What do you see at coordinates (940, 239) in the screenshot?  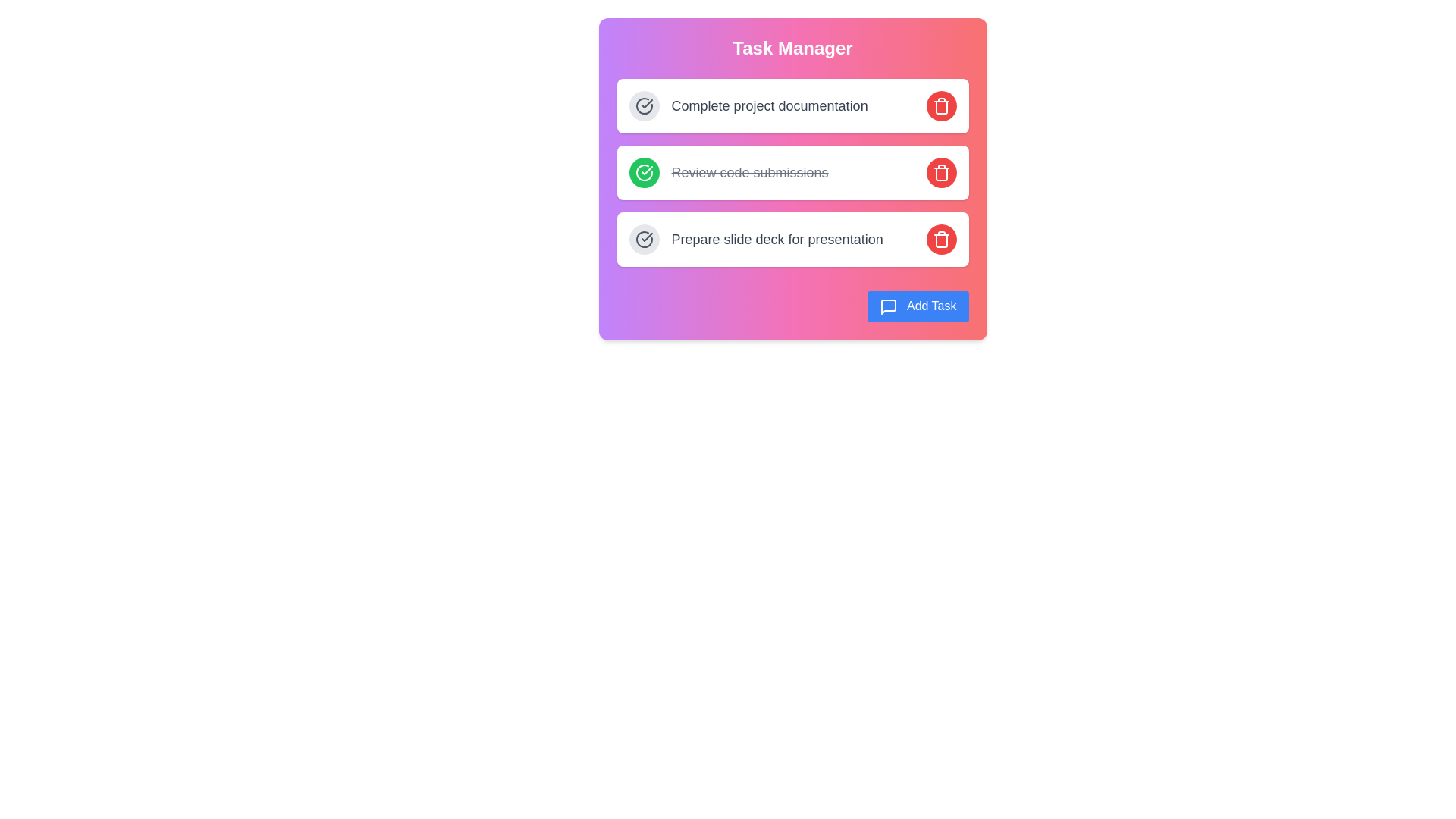 I see `the delete button located at the far-right end of the row for the task labeled 'Prepare slide deck for presentation' for accessibility purposes` at bounding box center [940, 239].